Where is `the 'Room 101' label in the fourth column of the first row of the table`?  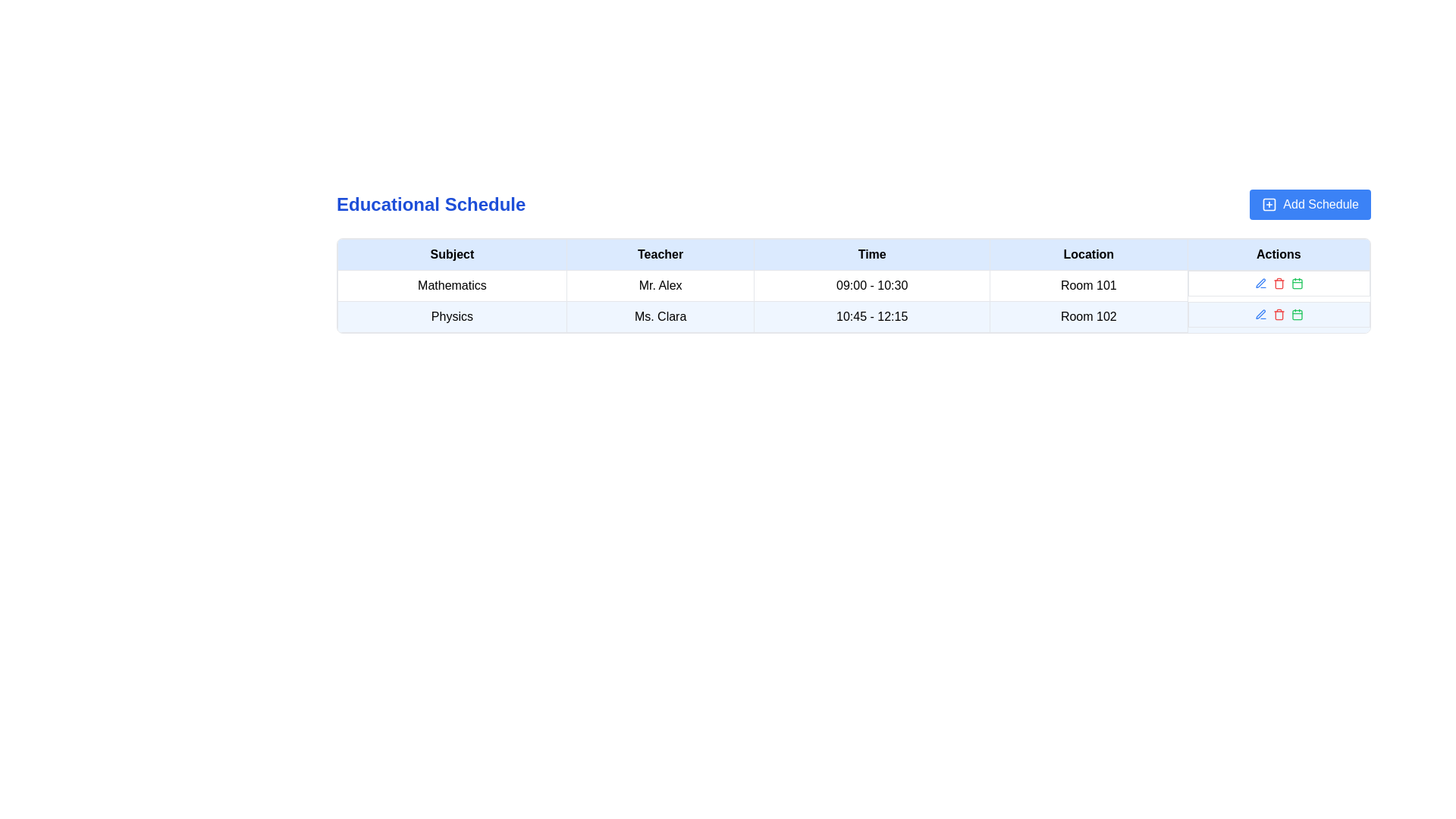
the 'Room 101' label in the fourth column of the first row of the table is located at coordinates (1087, 286).